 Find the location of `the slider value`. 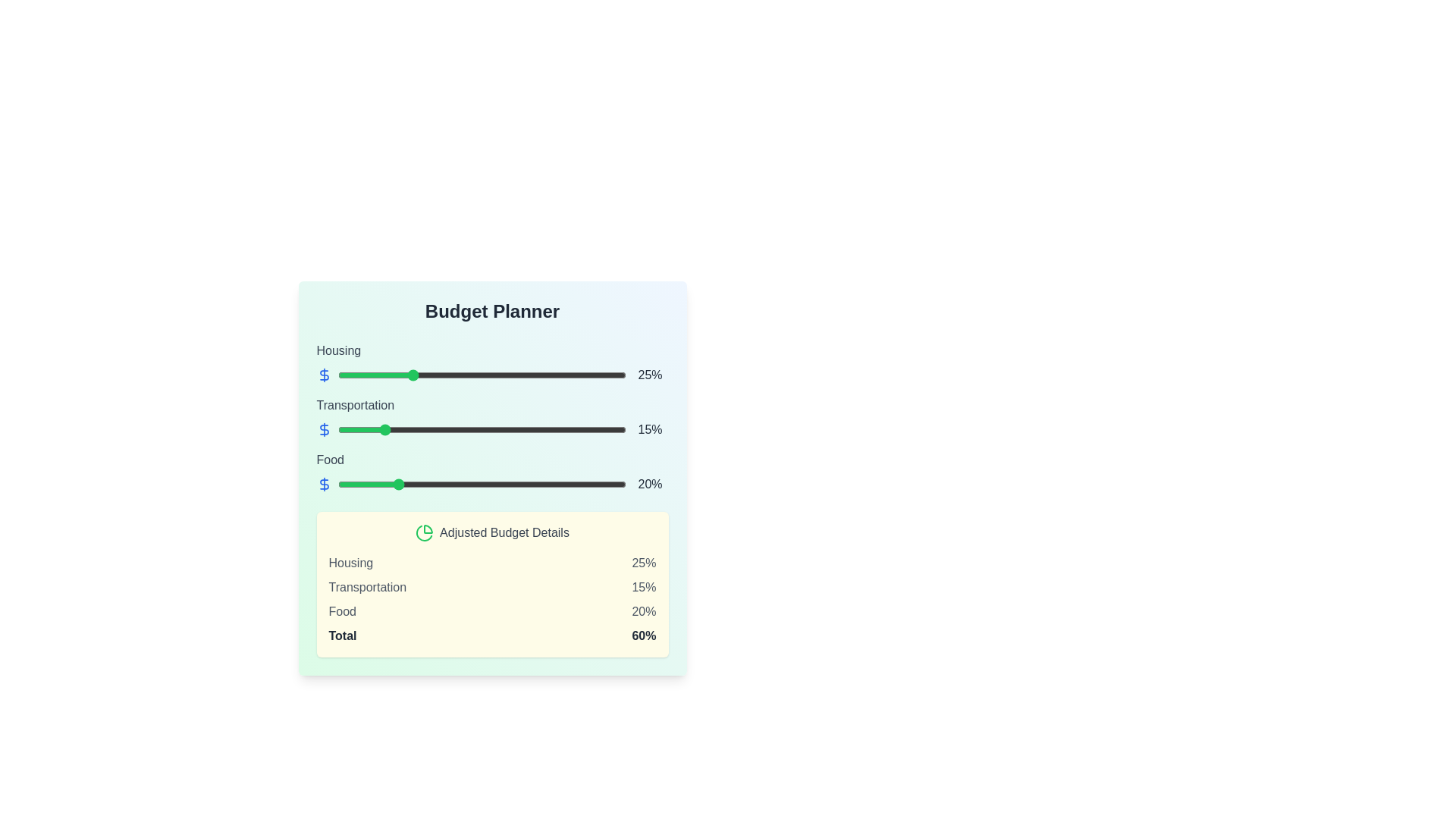

the slider value is located at coordinates (351, 485).